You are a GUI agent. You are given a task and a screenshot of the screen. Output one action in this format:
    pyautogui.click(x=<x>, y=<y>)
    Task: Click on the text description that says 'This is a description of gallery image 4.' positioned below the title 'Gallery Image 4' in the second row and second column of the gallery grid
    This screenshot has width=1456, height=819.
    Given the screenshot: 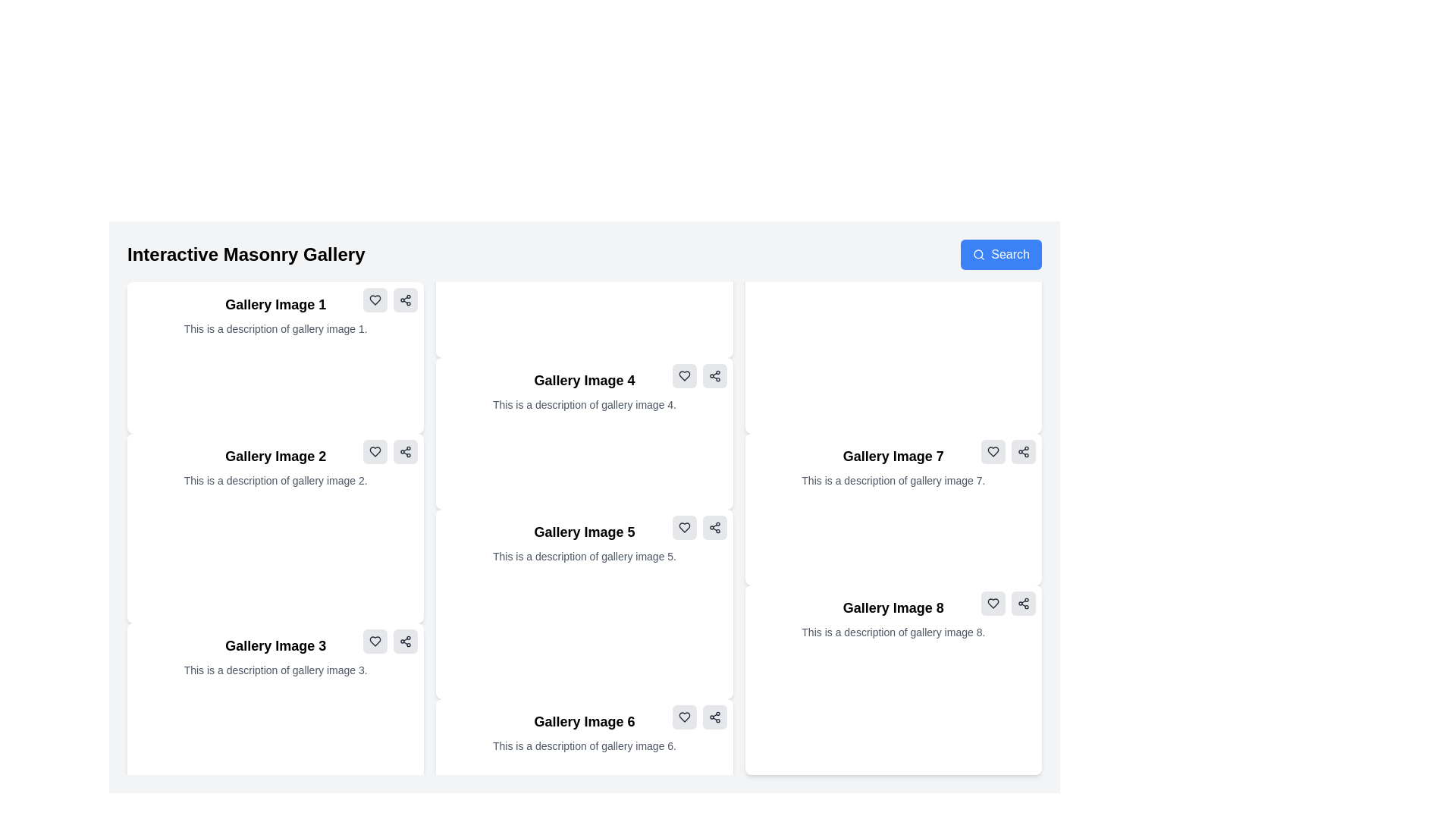 What is the action you would take?
    pyautogui.click(x=584, y=403)
    